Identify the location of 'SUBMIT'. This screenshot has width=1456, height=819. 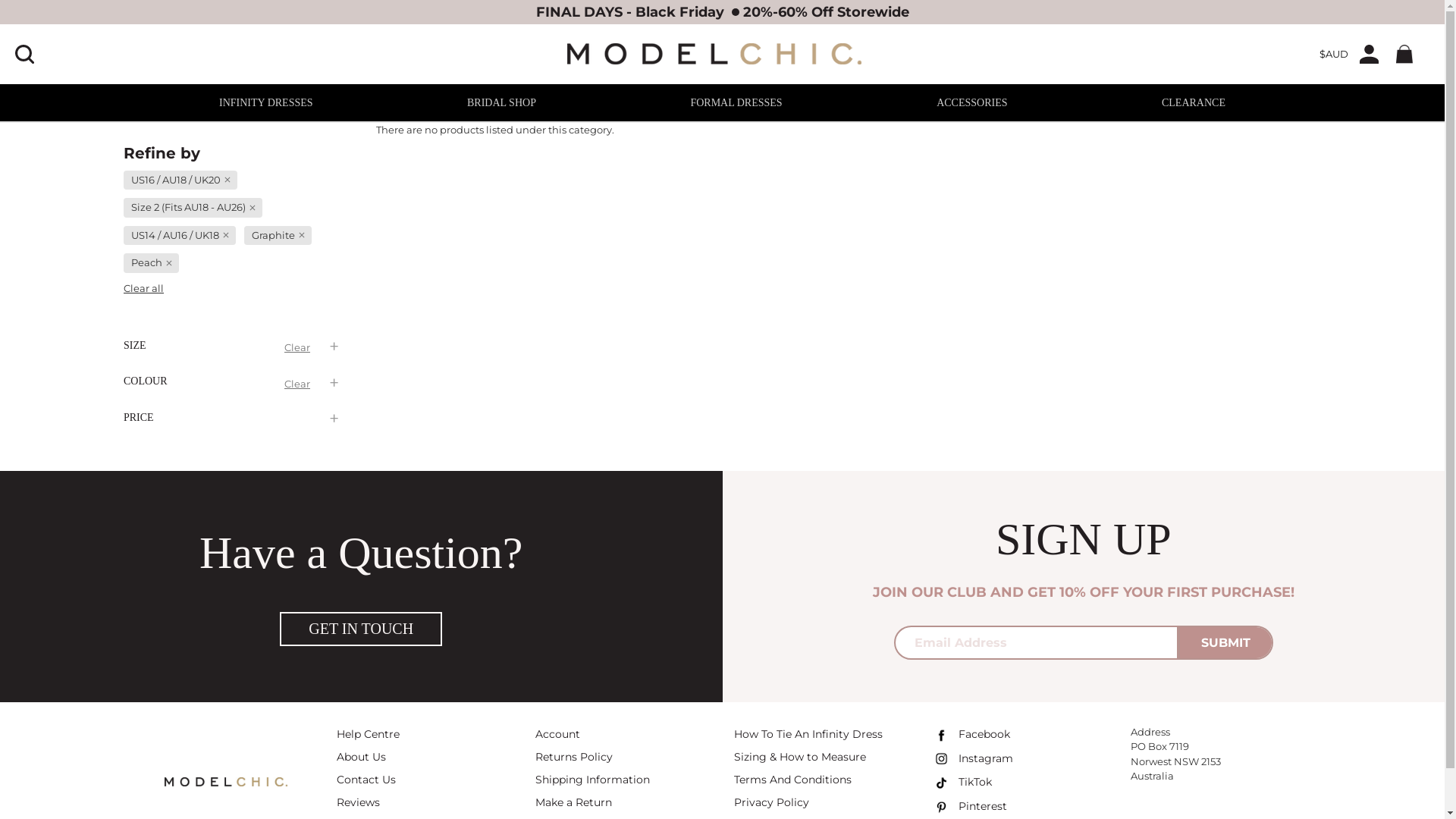
(1225, 642).